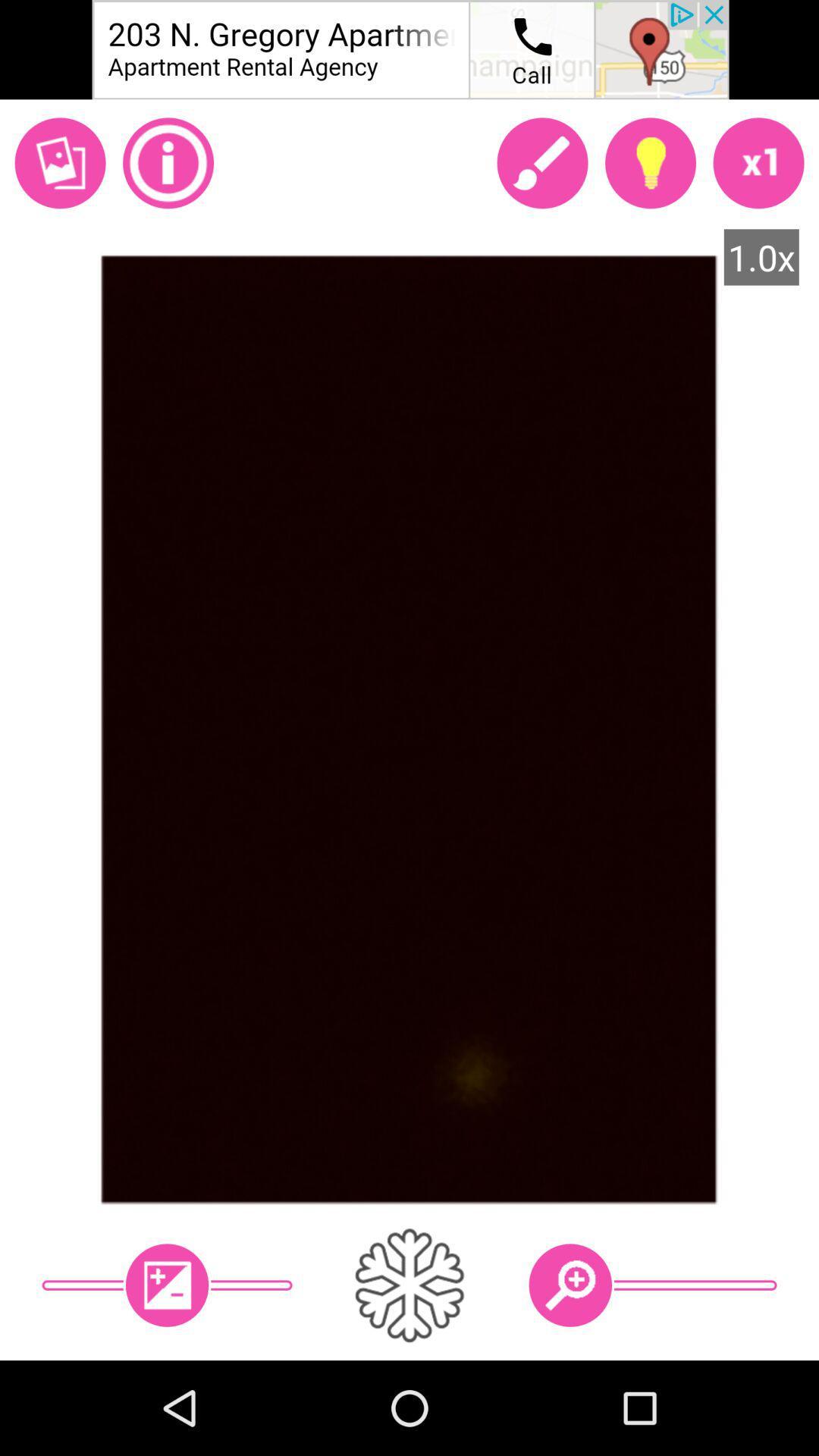  Describe the element at coordinates (59, 163) in the screenshot. I see `photo` at that location.